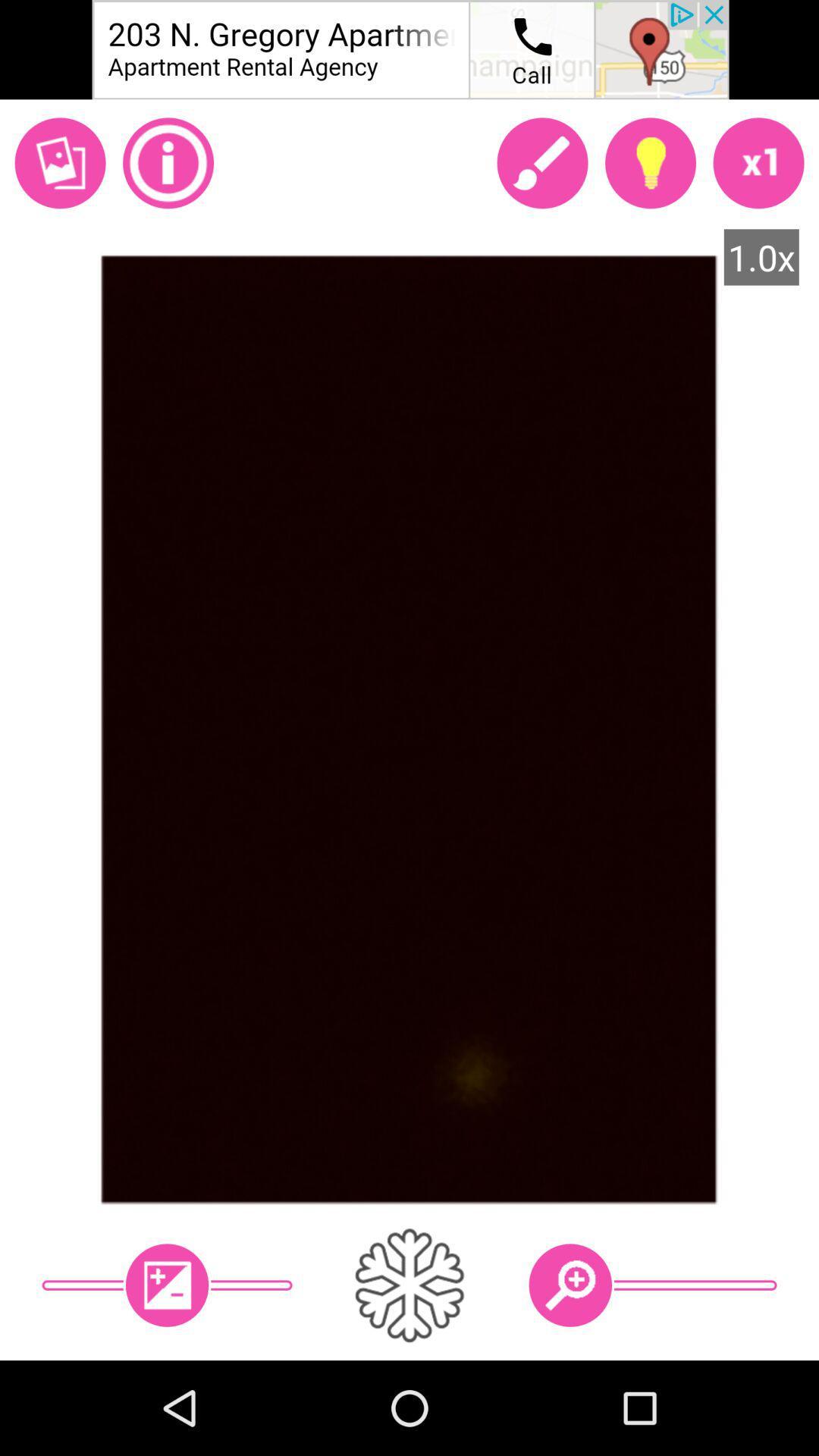  Describe the element at coordinates (59, 163) in the screenshot. I see `photo` at that location.